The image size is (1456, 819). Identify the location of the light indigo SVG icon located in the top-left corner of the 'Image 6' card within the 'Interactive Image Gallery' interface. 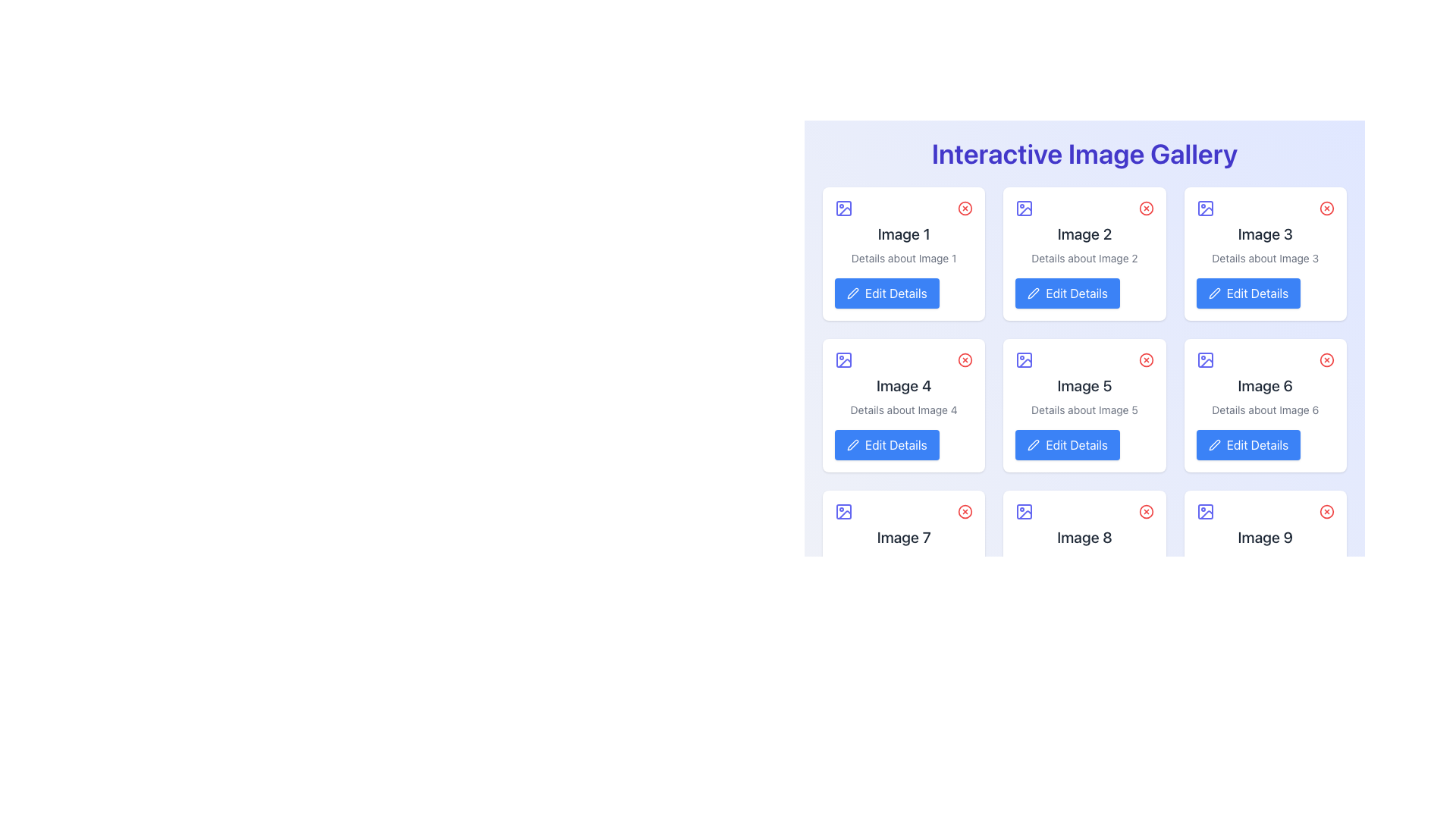
(1204, 359).